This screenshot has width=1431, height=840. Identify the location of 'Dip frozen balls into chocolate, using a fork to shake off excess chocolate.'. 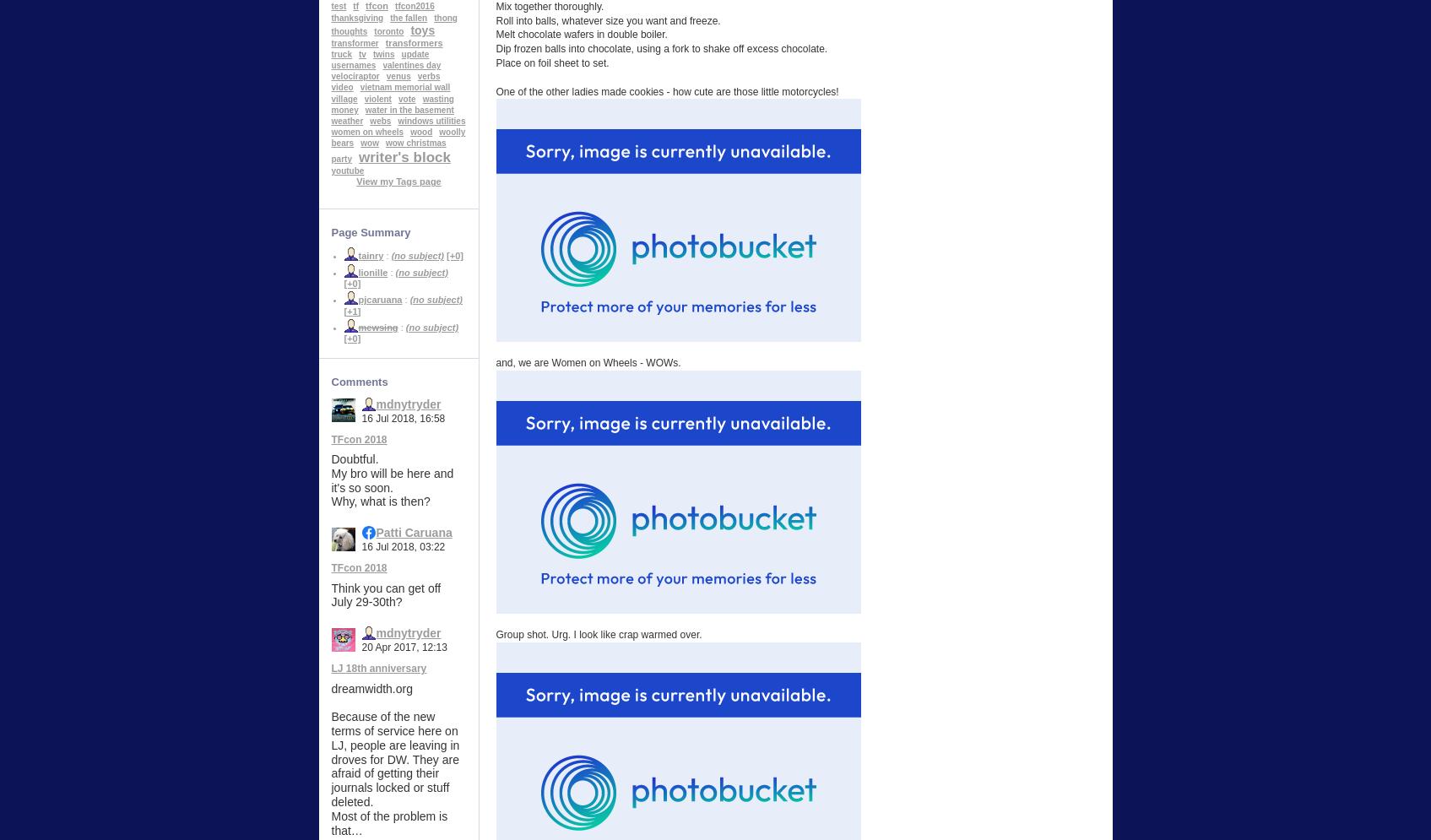
(495, 48).